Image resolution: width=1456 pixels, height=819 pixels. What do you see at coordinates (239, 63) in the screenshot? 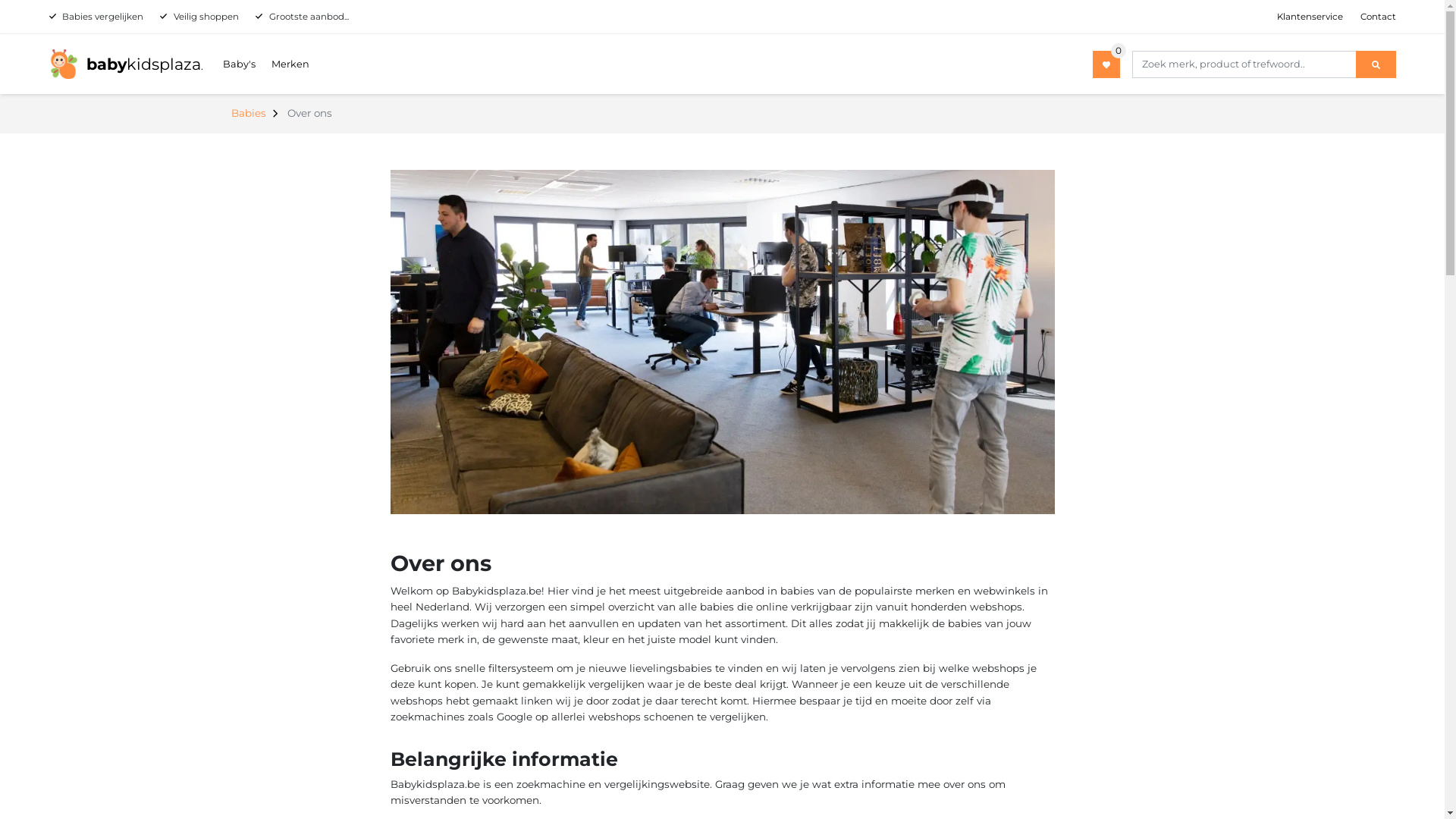
I see `'Baby's'` at bounding box center [239, 63].